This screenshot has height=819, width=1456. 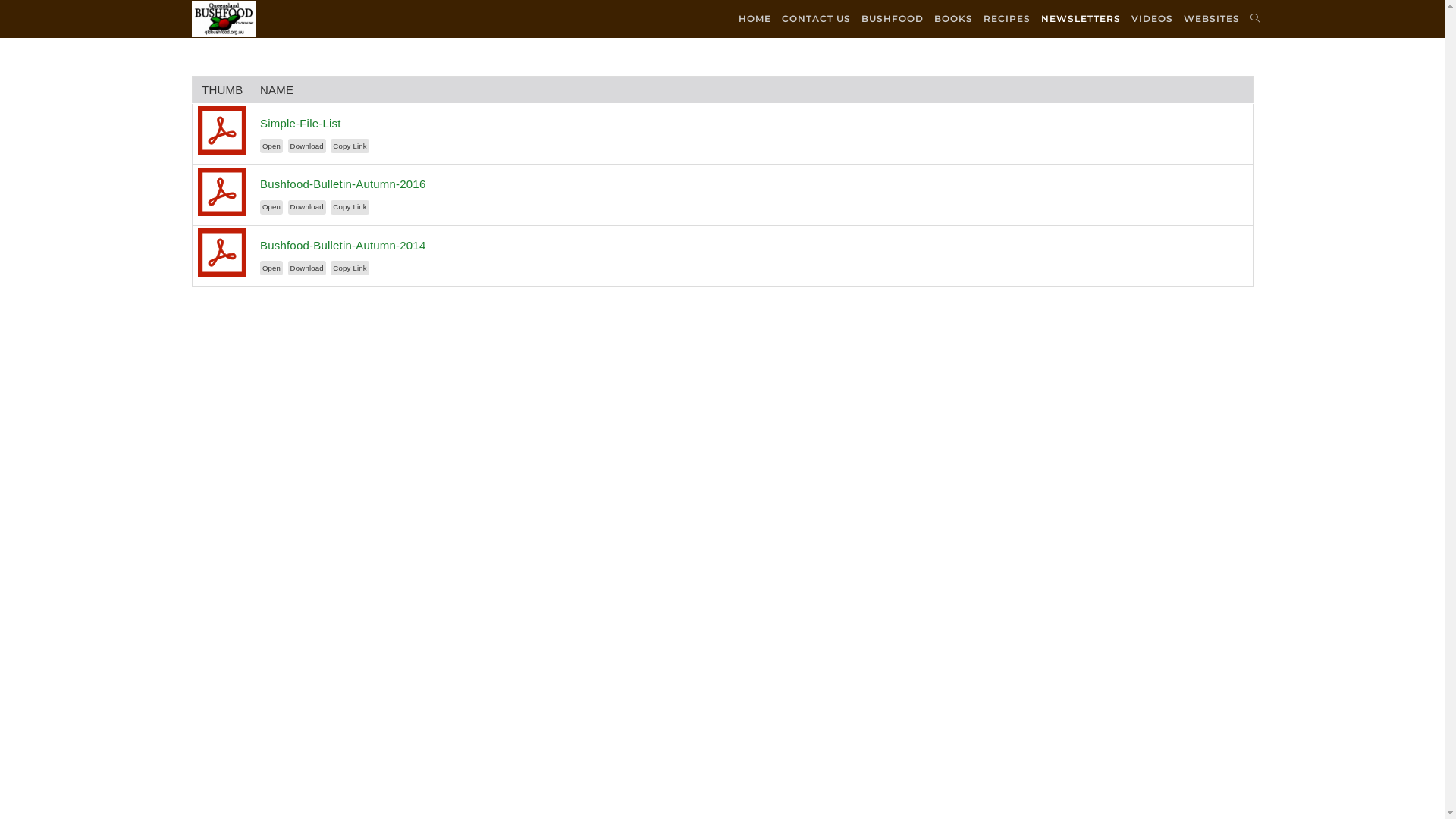 I want to click on 'BUSHFOOD', so click(x=892, y=18).